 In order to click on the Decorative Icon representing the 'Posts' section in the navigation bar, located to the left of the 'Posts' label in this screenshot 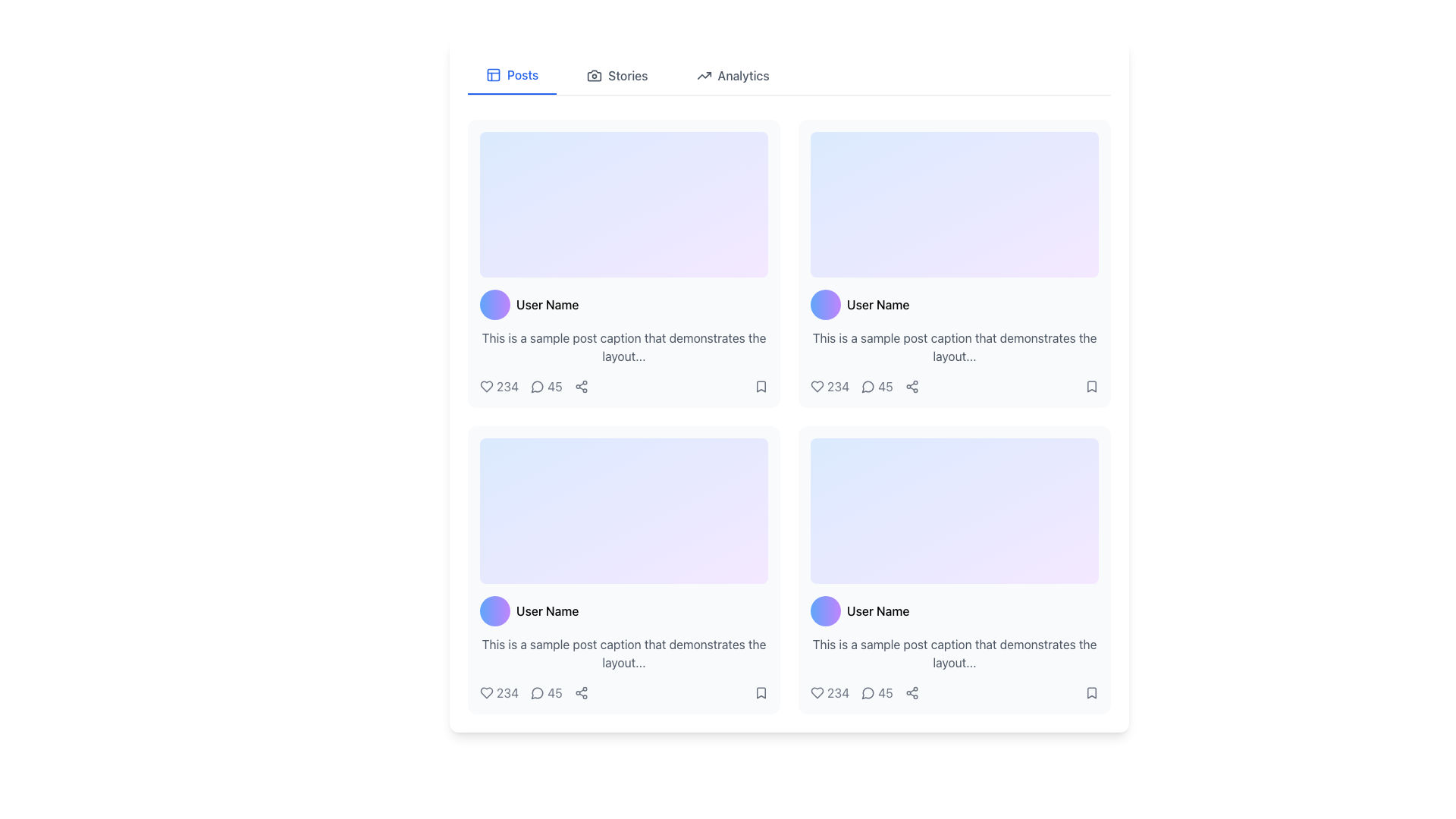, I will do `click(494, 75)`.